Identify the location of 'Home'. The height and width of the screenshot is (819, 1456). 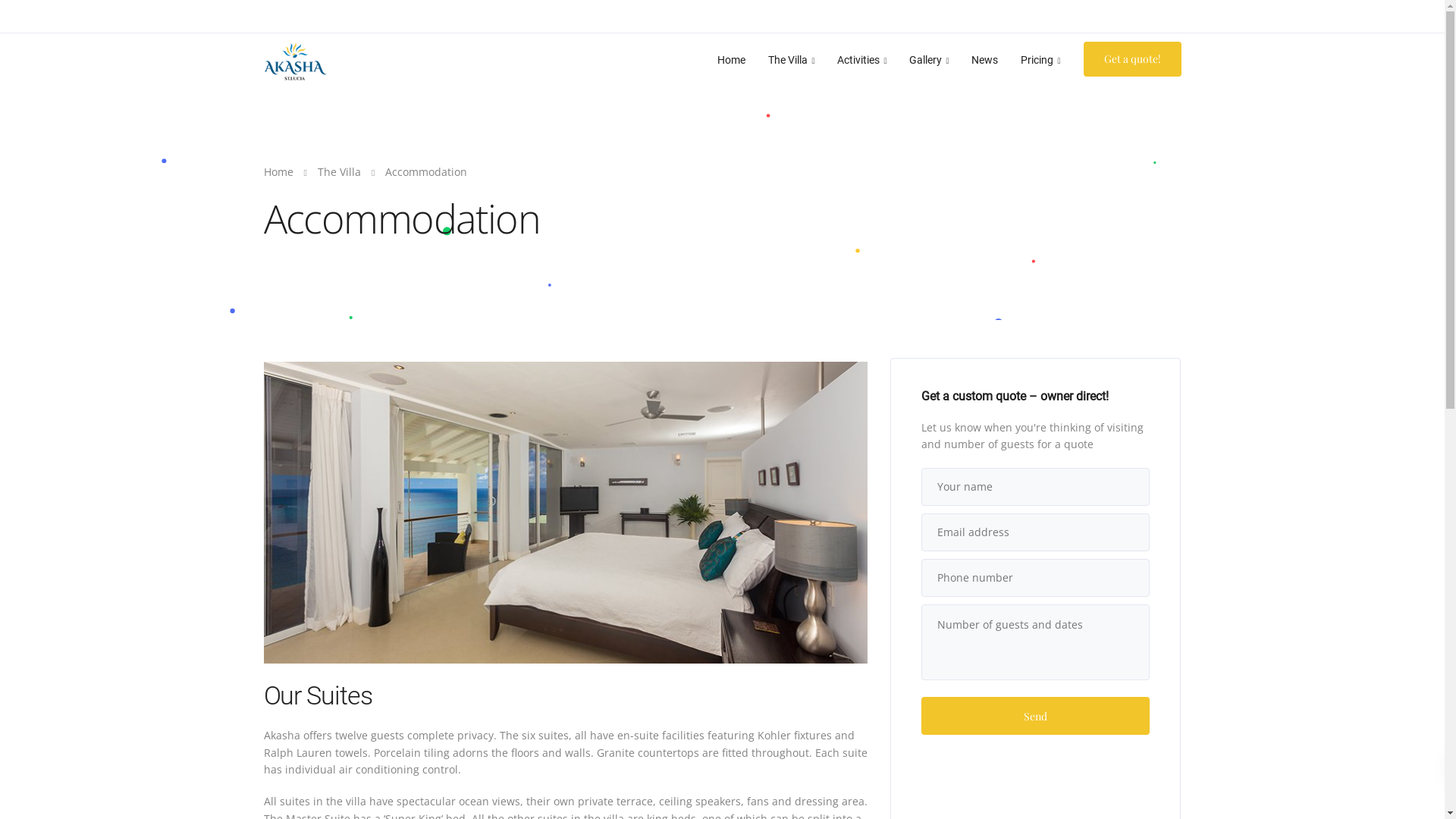
(278, 171).